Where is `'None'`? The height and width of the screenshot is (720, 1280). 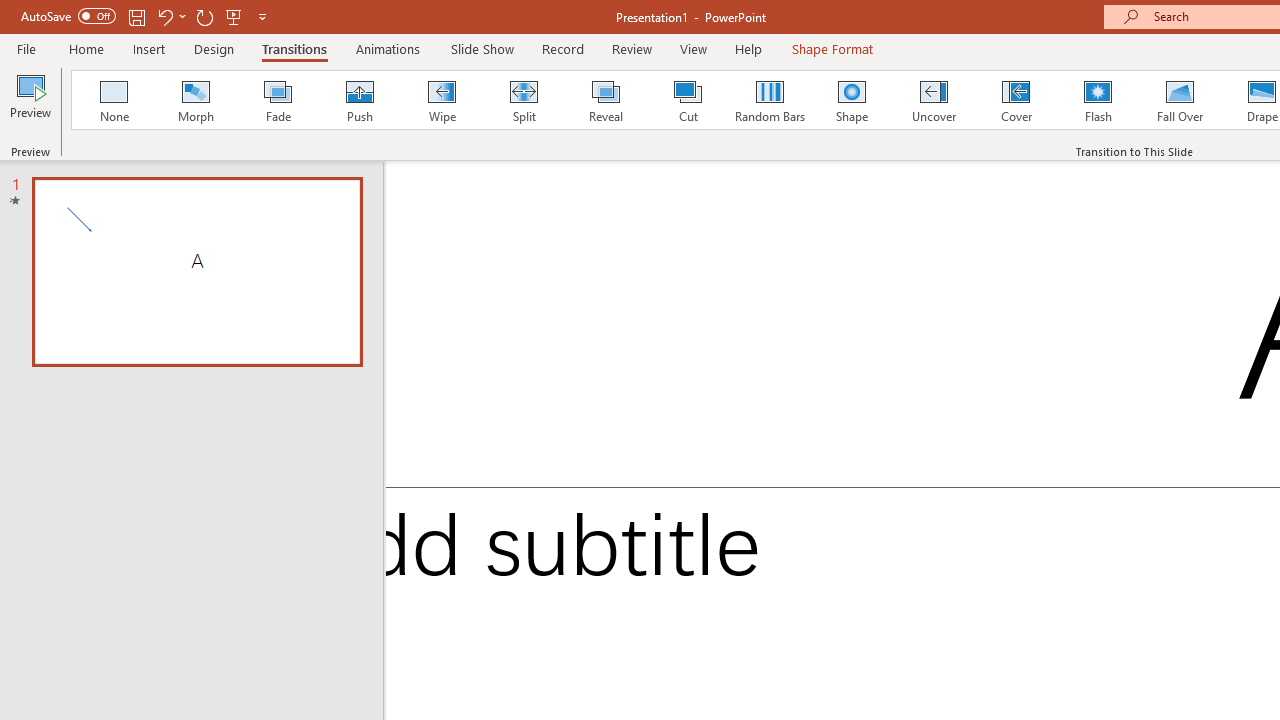 'None' is located at coordinates (112, 100).